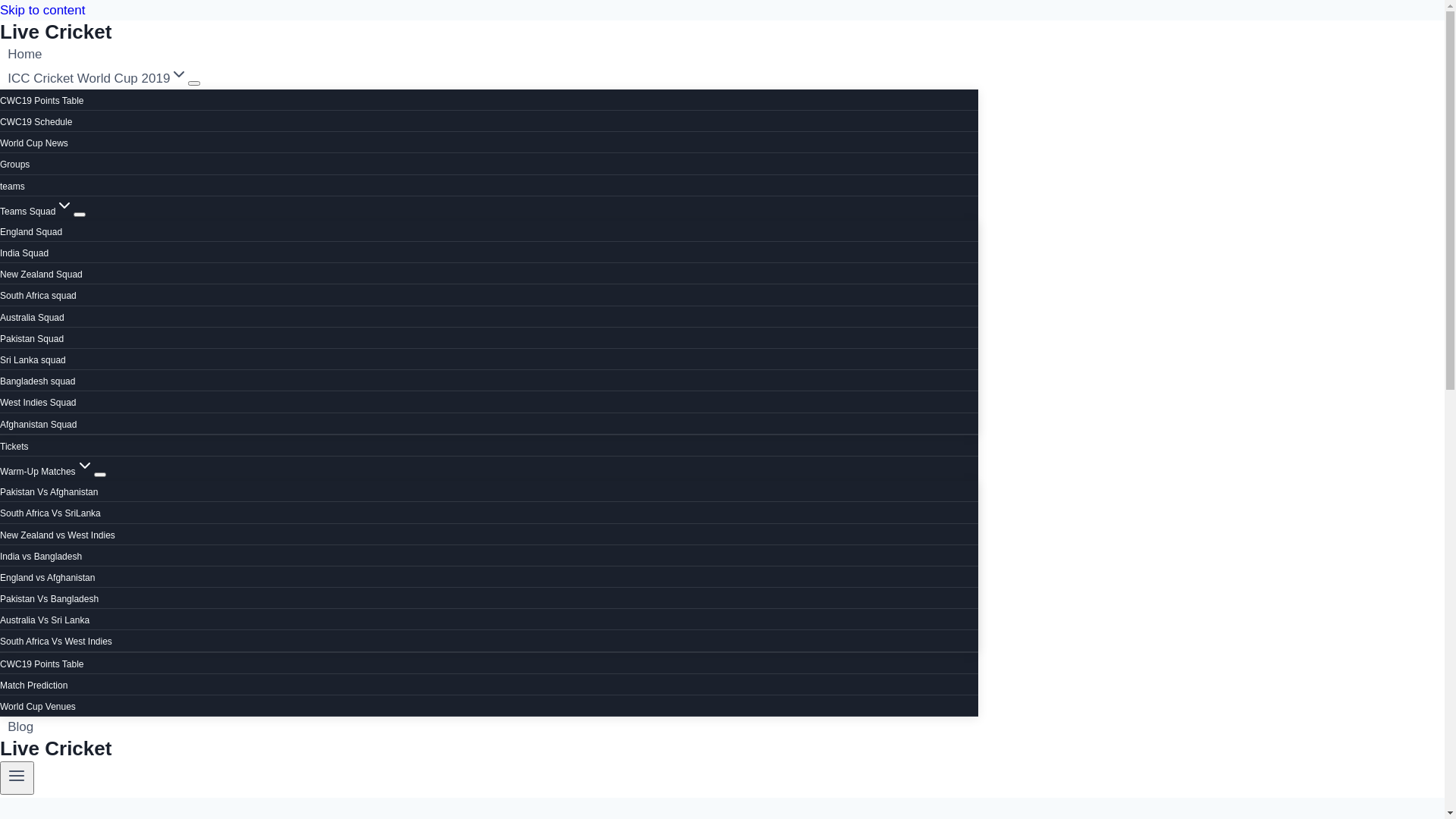  I want to click on 'England Squad', so click(31, 231).